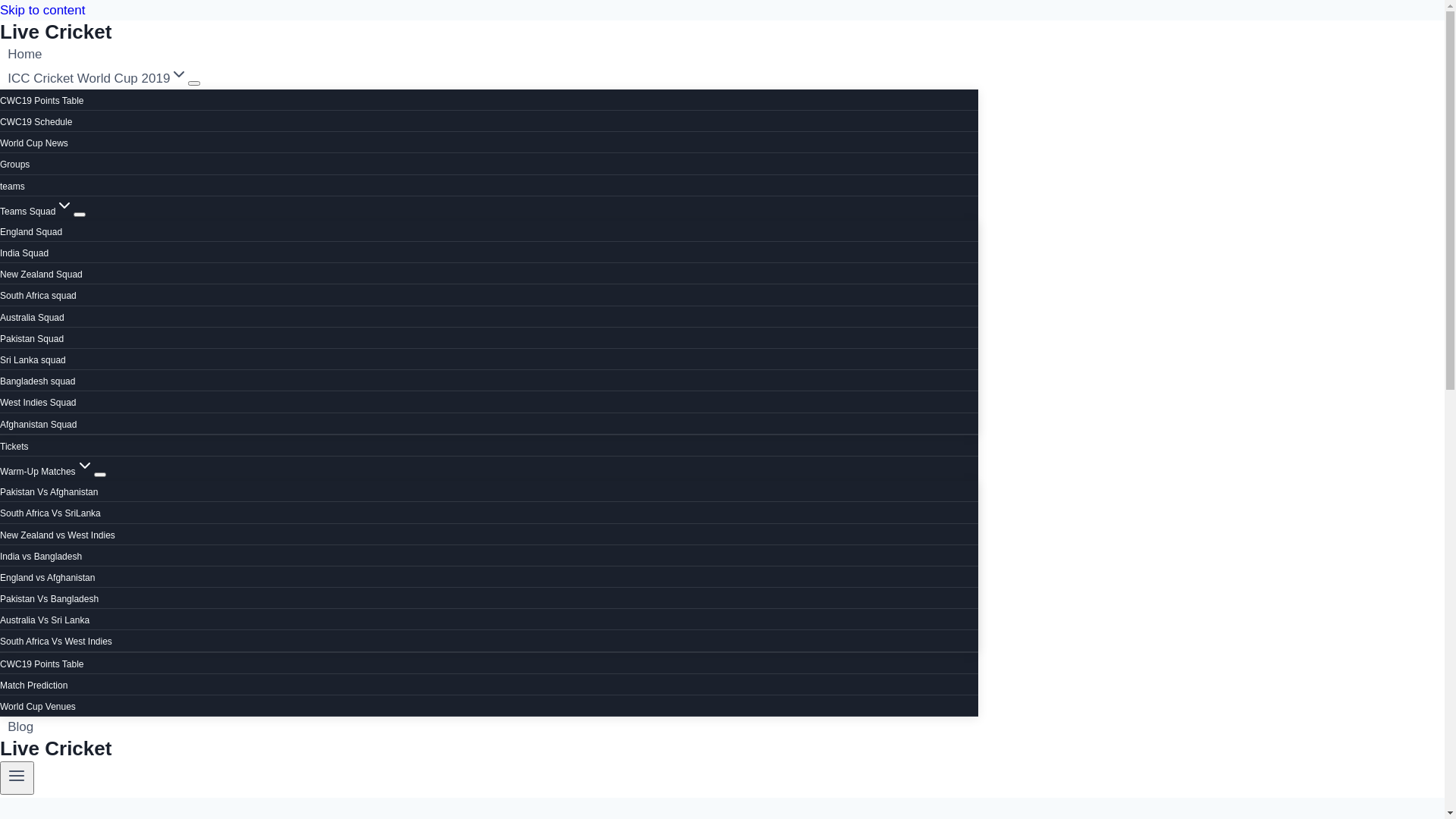  I want to click on 'England Squad', so click(31, 231).